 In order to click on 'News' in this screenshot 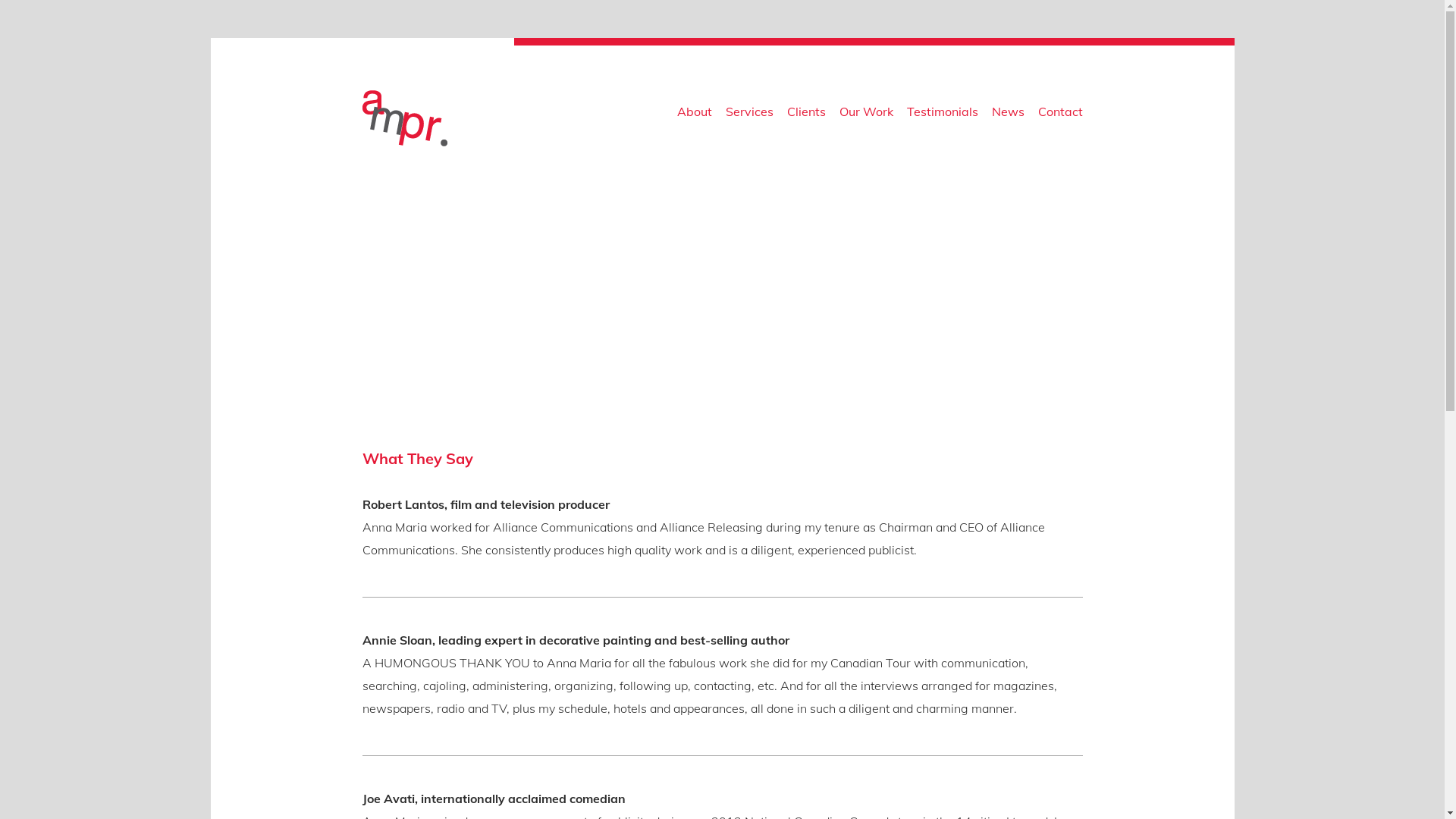, I will do `click(1008, 114)`.